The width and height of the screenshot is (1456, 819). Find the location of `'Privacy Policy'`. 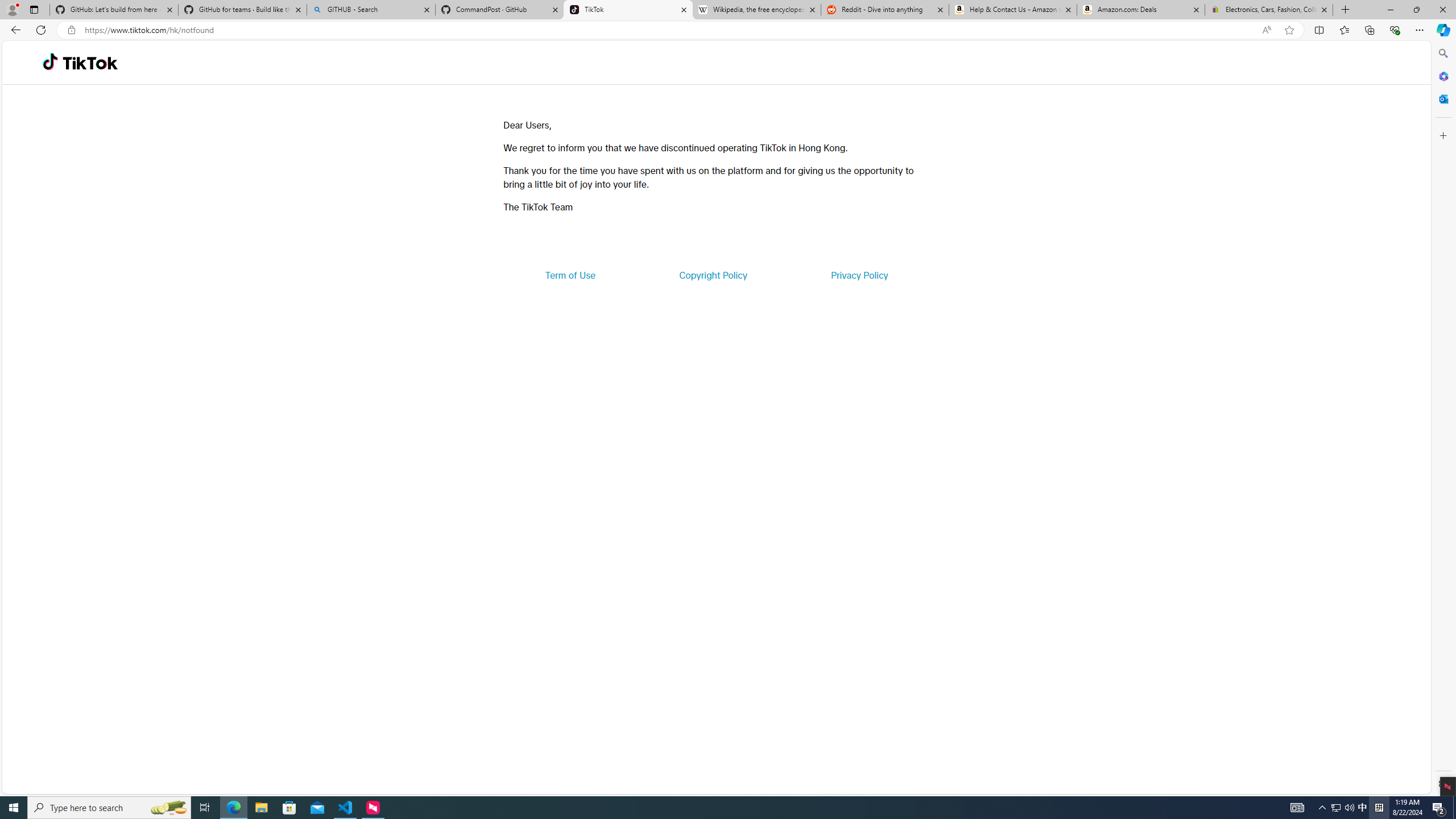

'Privacy Policy' is located at coordinates (858, 274).